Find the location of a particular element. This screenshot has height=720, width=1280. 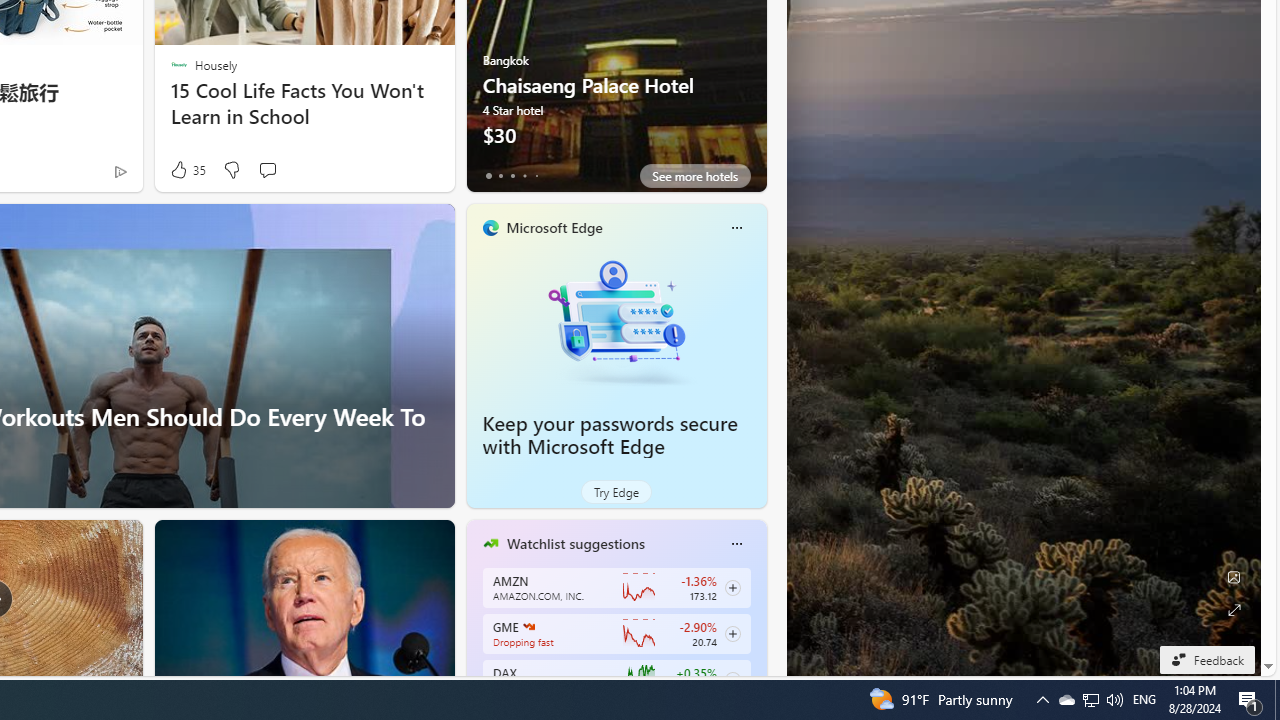

'tab-4' is located at coordinates (536, 175).